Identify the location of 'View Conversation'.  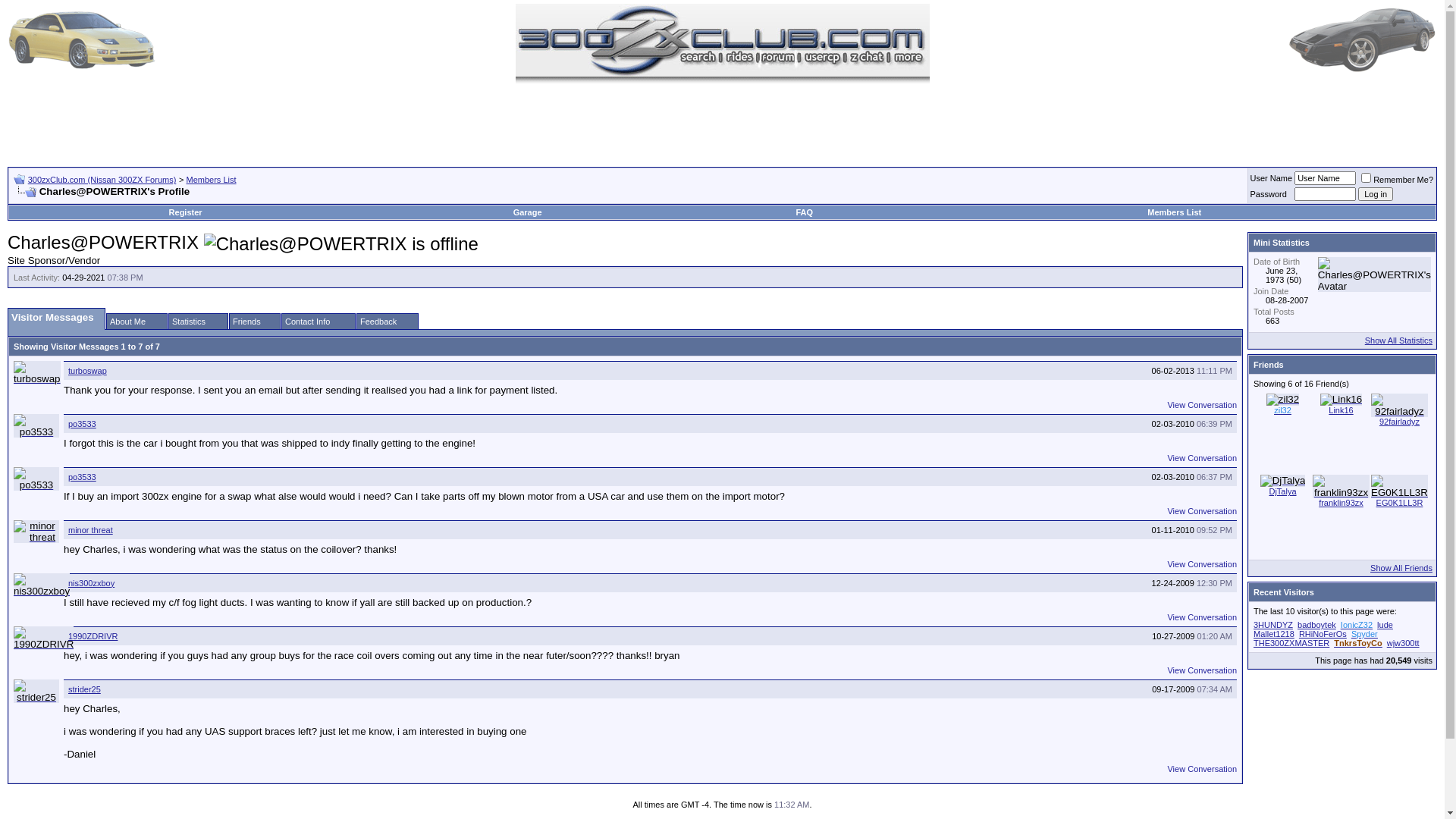
(1200, 403).